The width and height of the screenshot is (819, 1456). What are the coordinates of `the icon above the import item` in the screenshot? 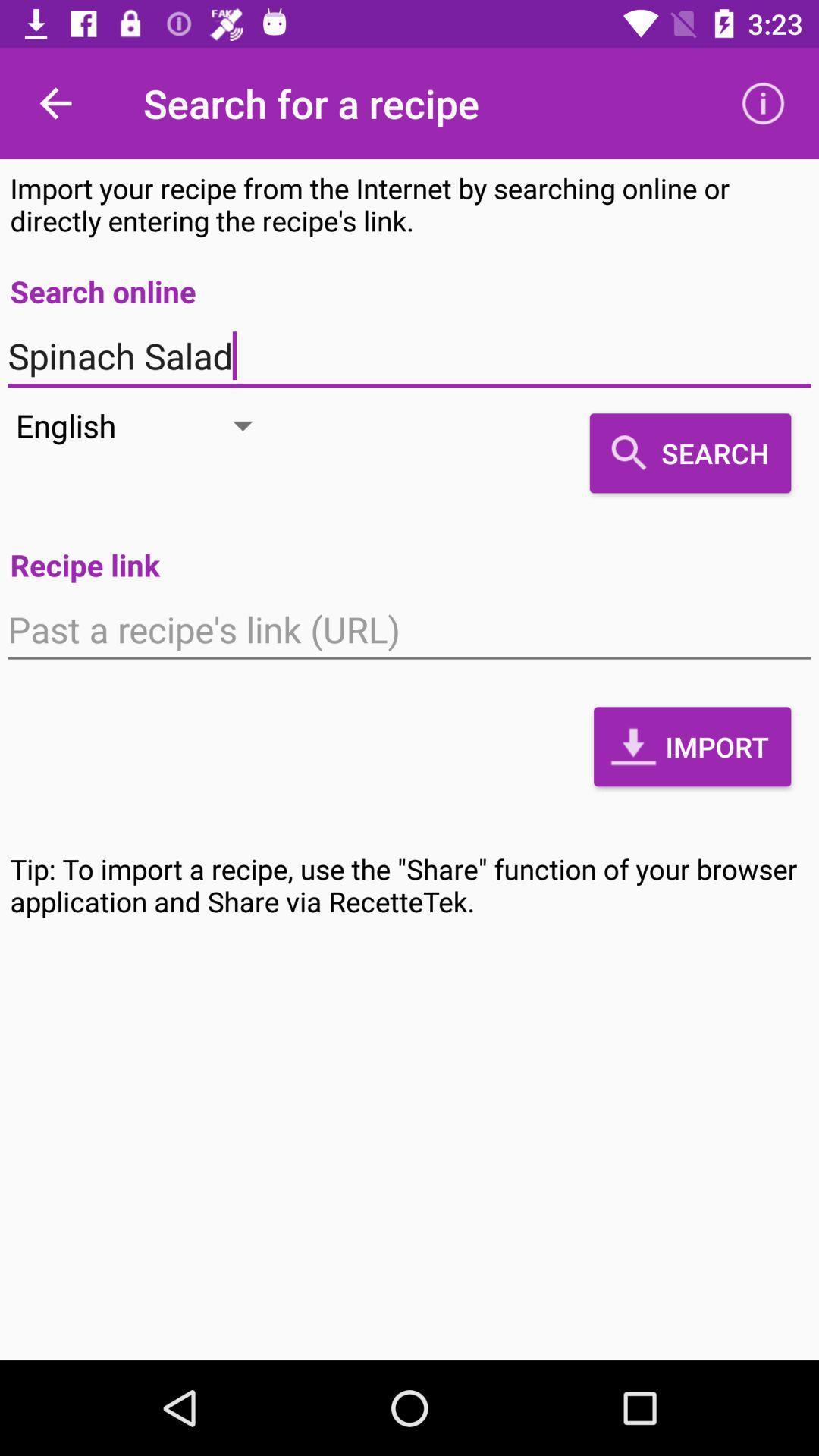 It's located at (409, 629).